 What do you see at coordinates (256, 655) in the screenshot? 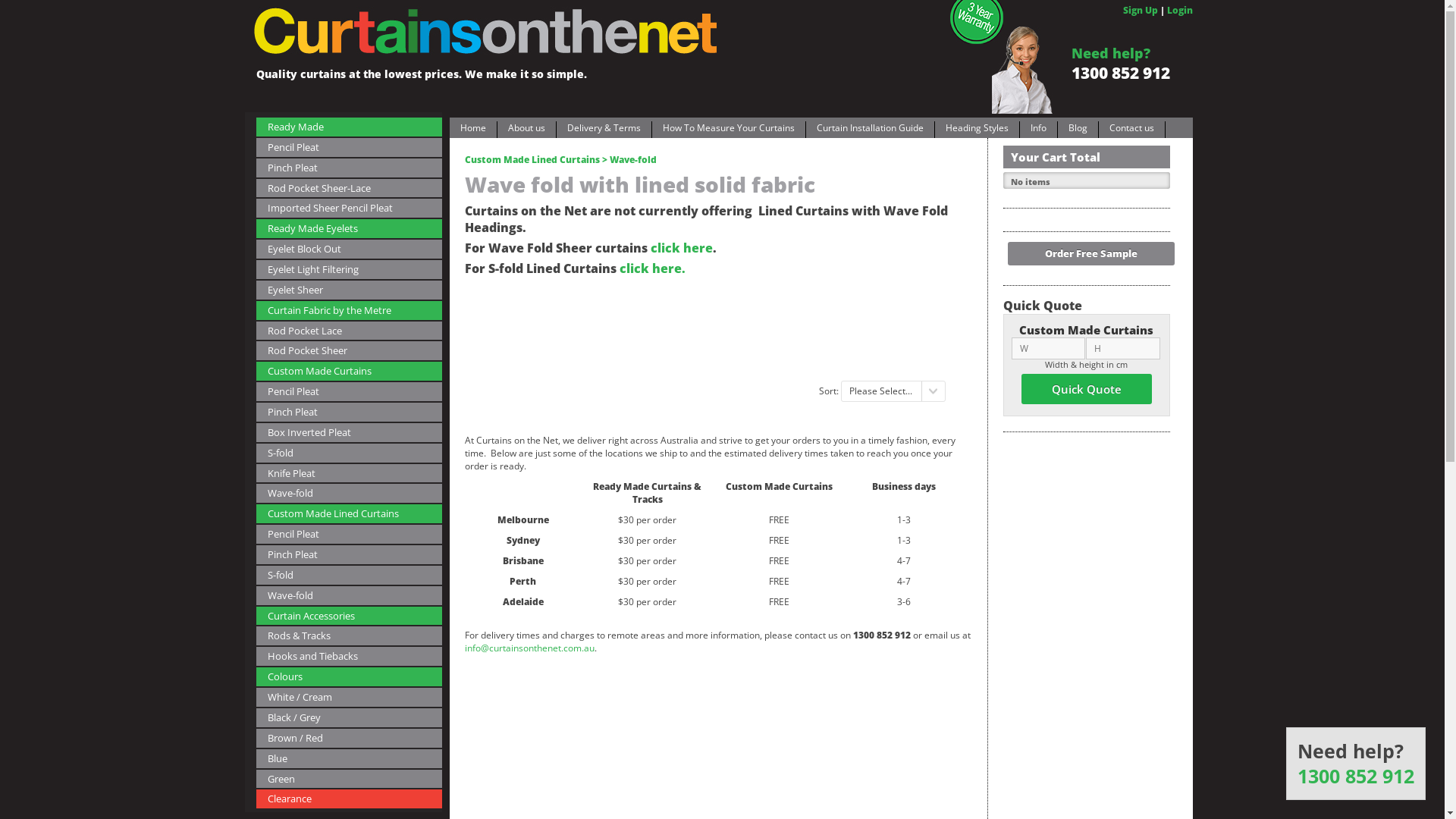
I see `'Hooks and Tiebacks'` at bounding box center [256, 655].